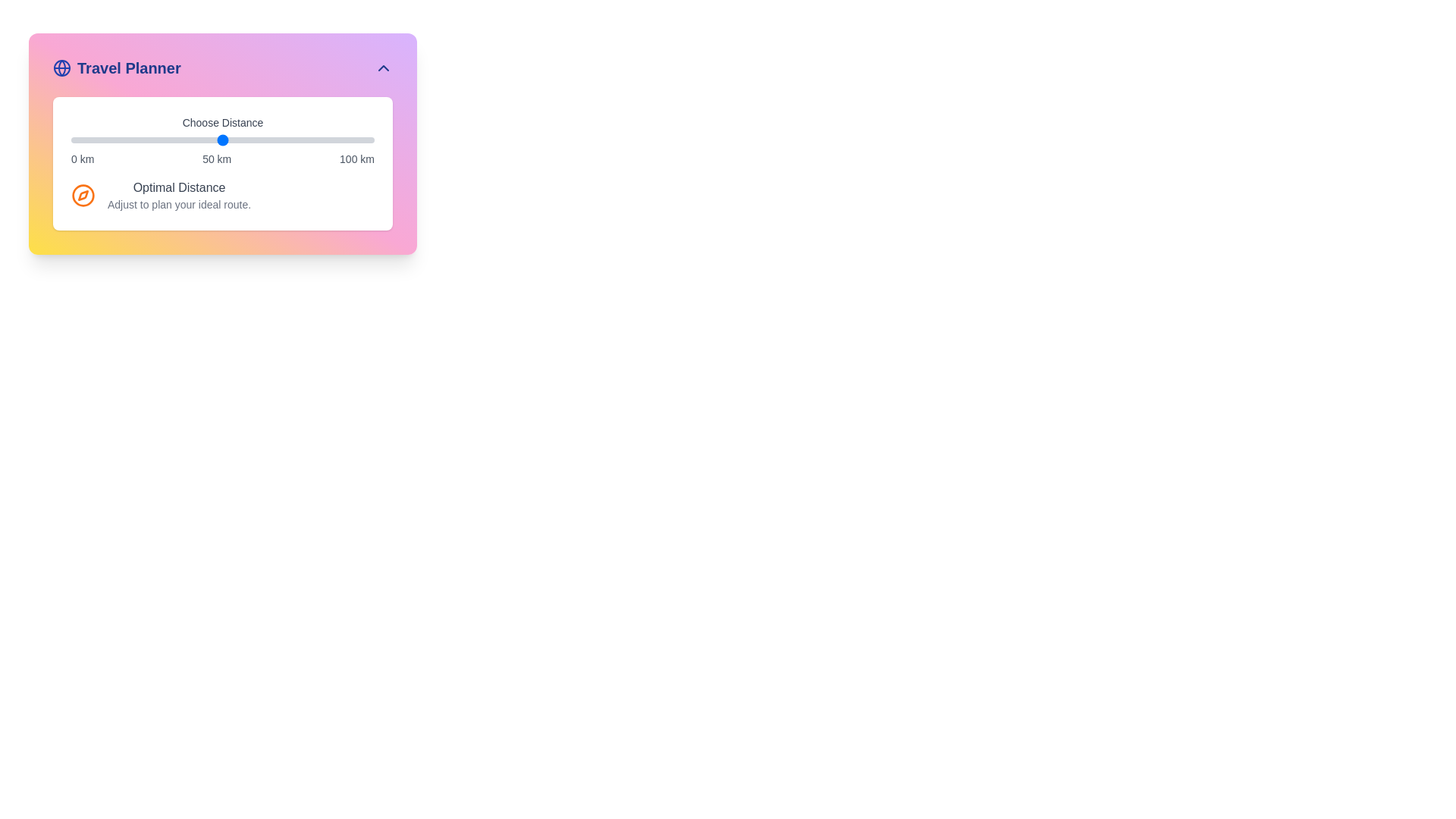  Describe the element at coordinates (216, 158) in the screenshot. I see `the text label displaying '50 km', which is styled in a small gray font and located centrally beneath a slider bar between '0 km' and '100 km'` at that location.